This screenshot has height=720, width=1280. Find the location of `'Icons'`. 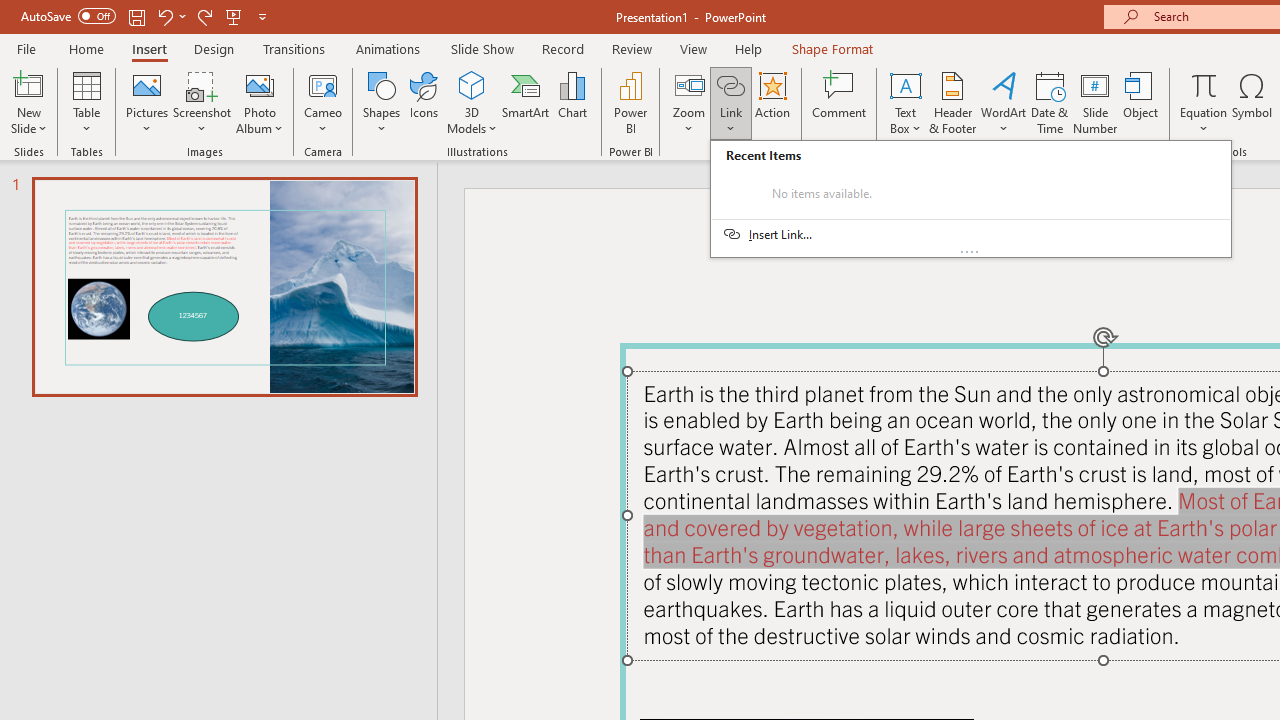

'Icons' is located at coordinates (423, 103).